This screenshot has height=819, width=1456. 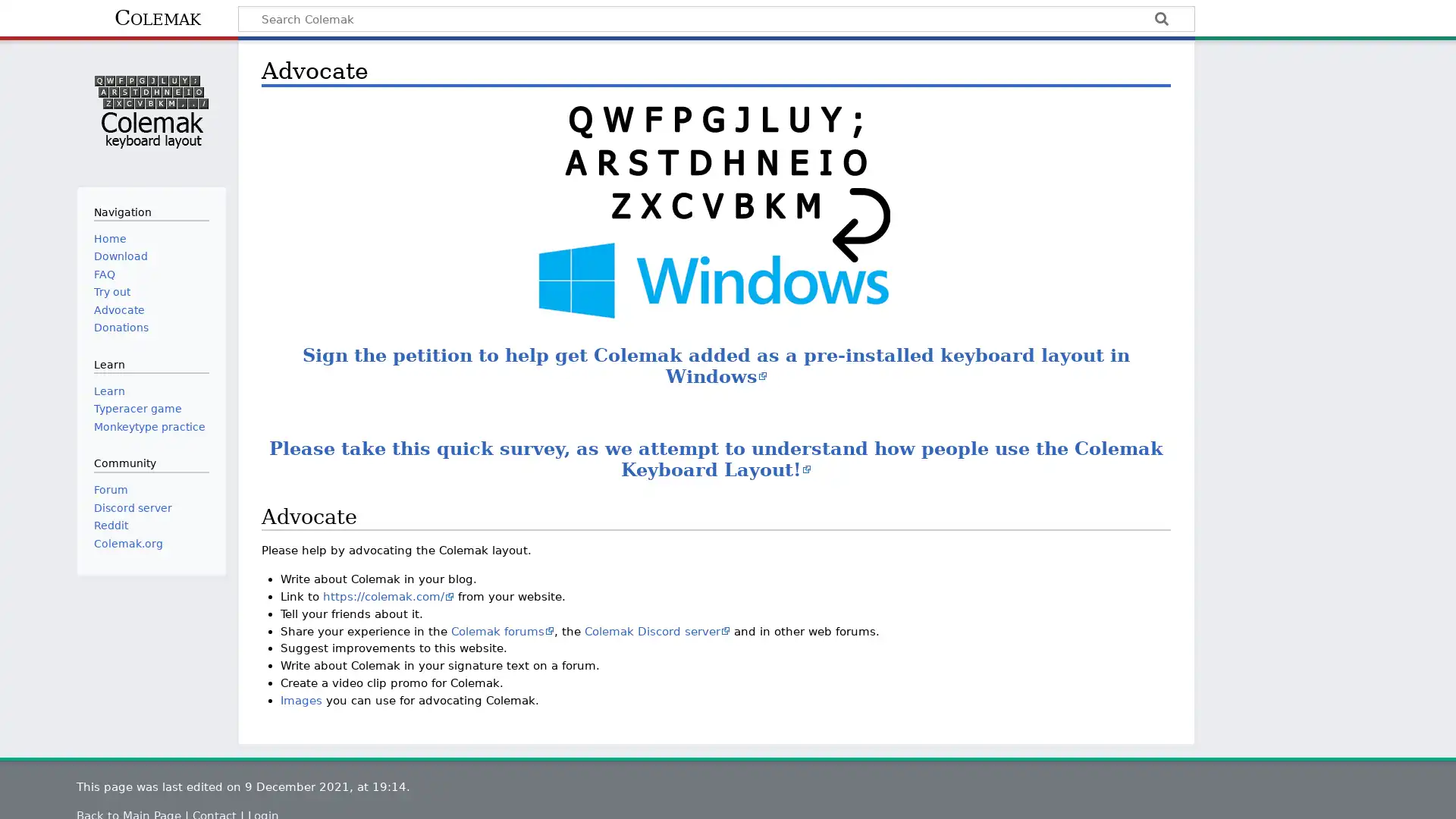 What do you see at coordinates (1160, 20) in the screenshot?
I see `Search` at bounding box center [1160, 20].